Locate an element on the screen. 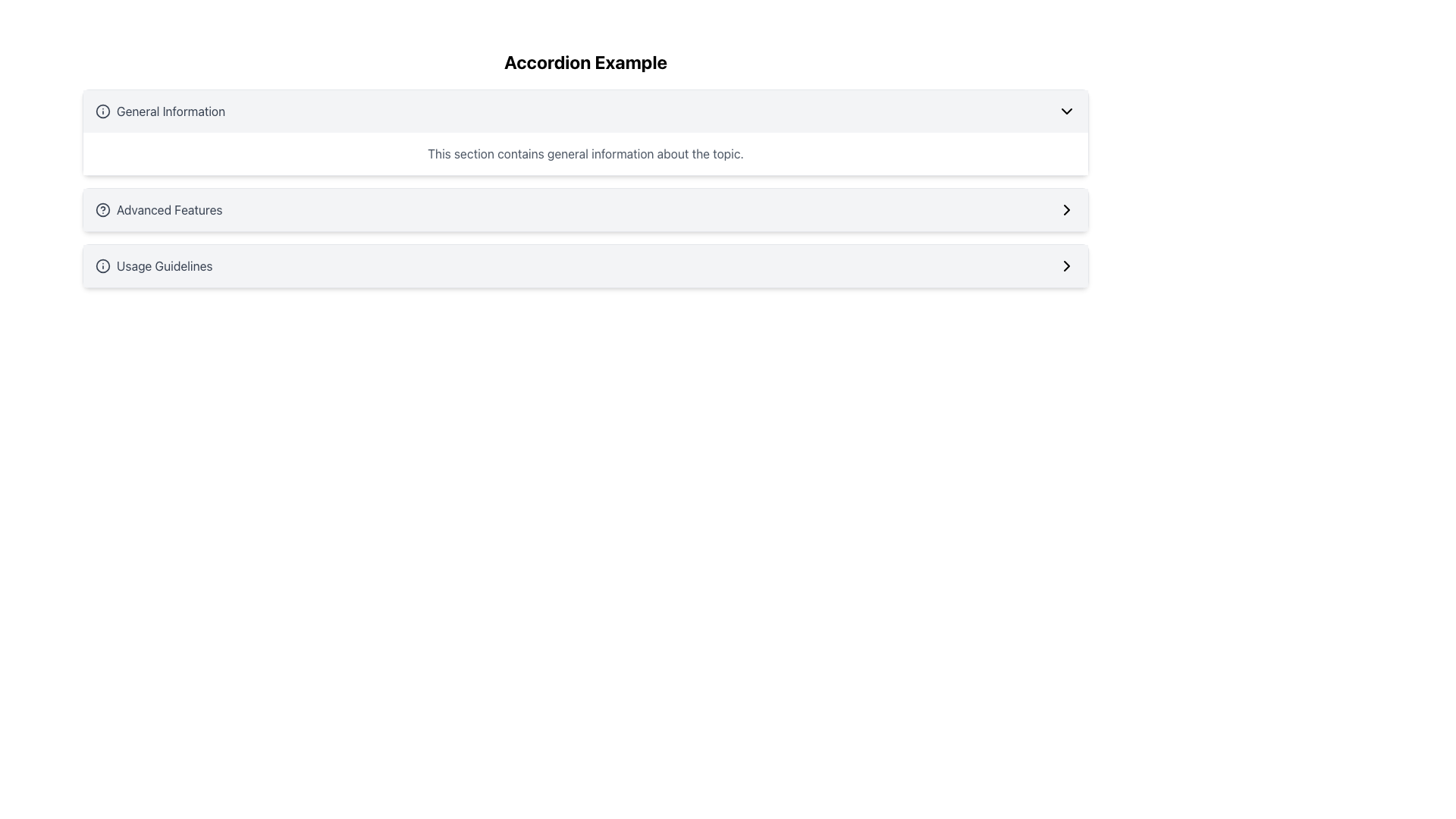 This screenshot has width=1456, height=819. the static text block displaying 'This section contains general information about the topic.' located in the expanded 'General Information' section of the accordion interface is located at coordinates (585, 154).